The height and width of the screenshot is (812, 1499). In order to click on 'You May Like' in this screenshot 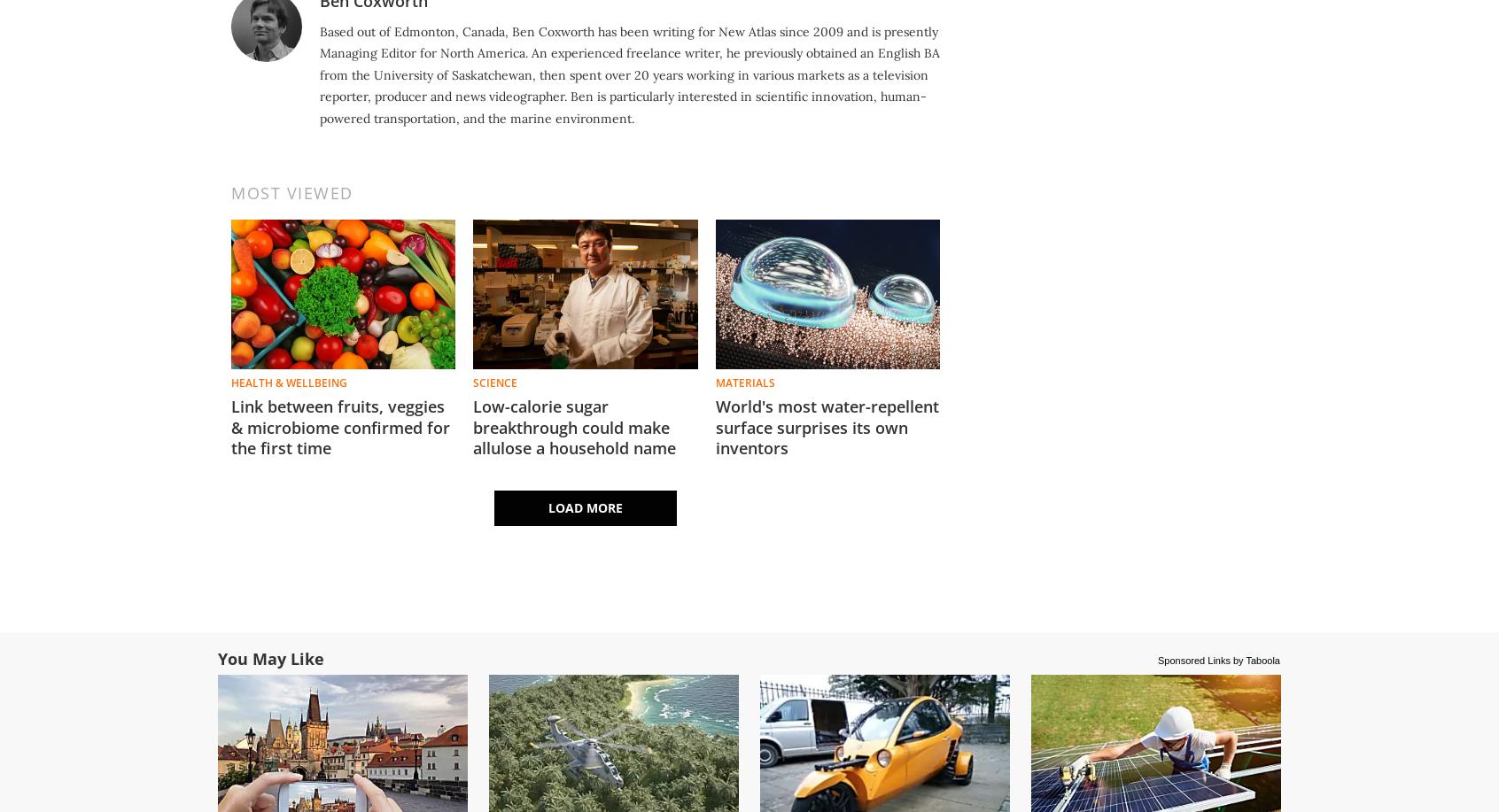, I will do `click(270, 657)`.